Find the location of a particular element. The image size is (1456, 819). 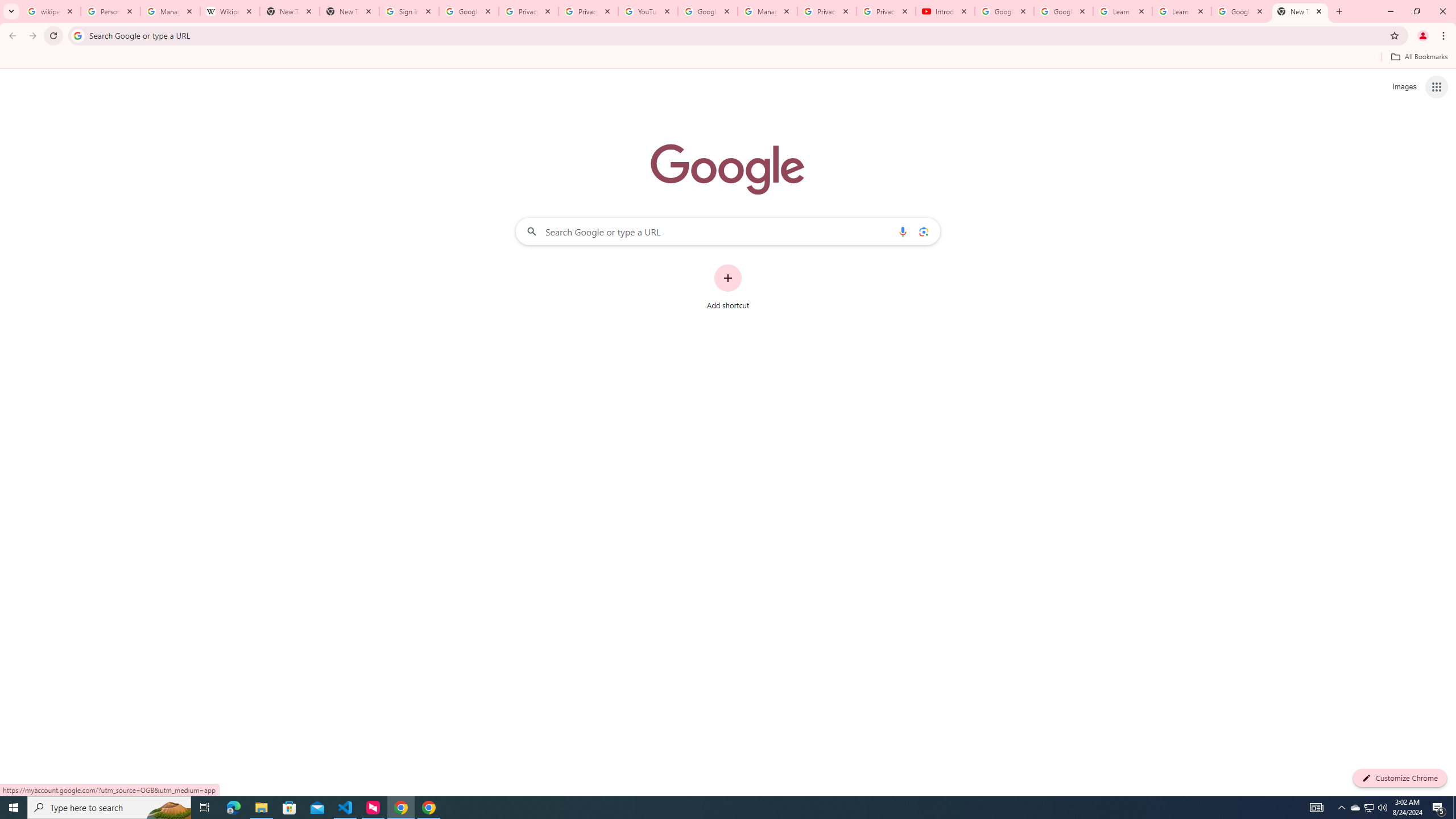

'Sign in - Google Accounts' is located at coordinates (408, 11).